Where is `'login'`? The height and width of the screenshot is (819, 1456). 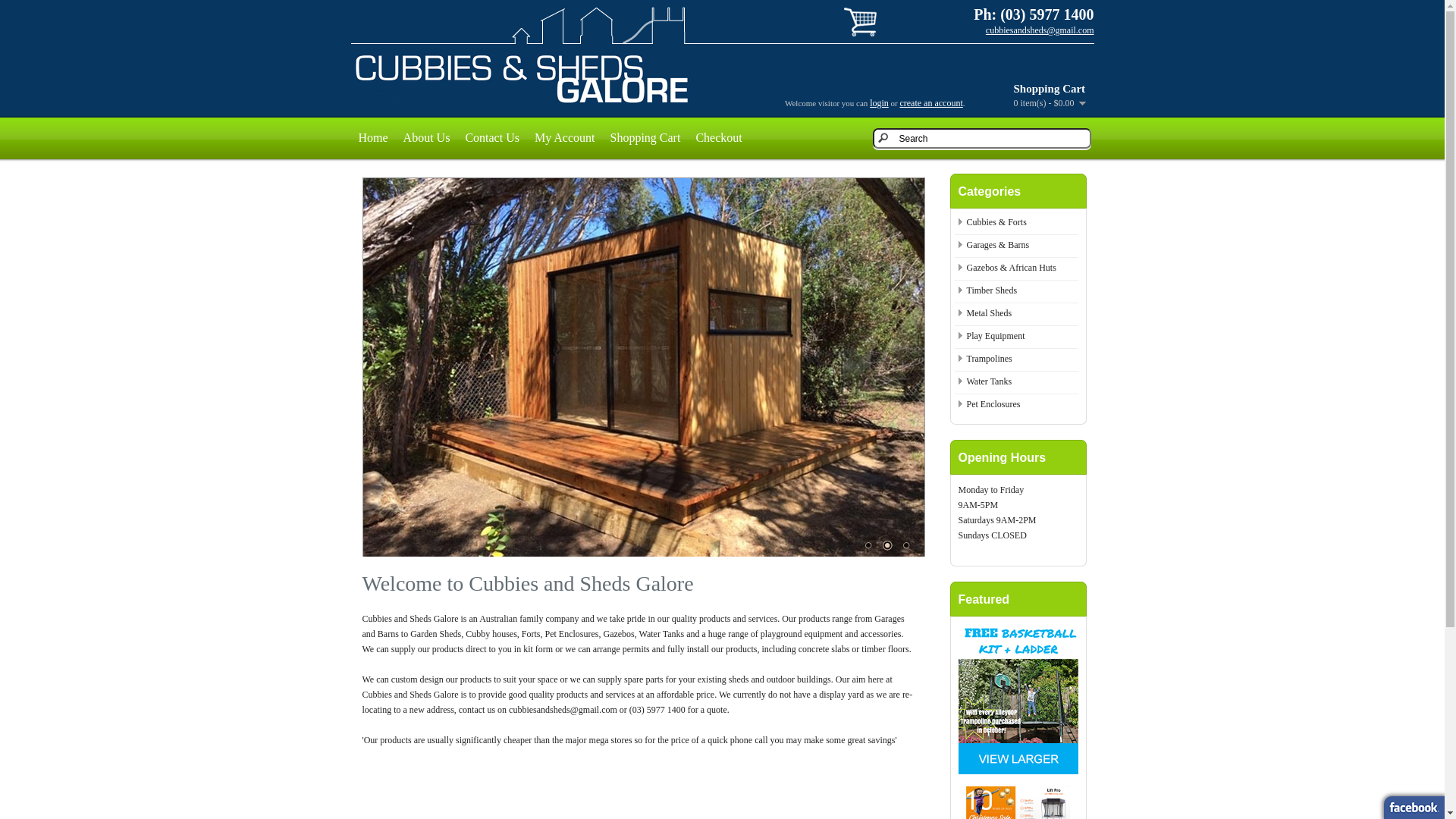
'login' is located at coordinates (879, 102).